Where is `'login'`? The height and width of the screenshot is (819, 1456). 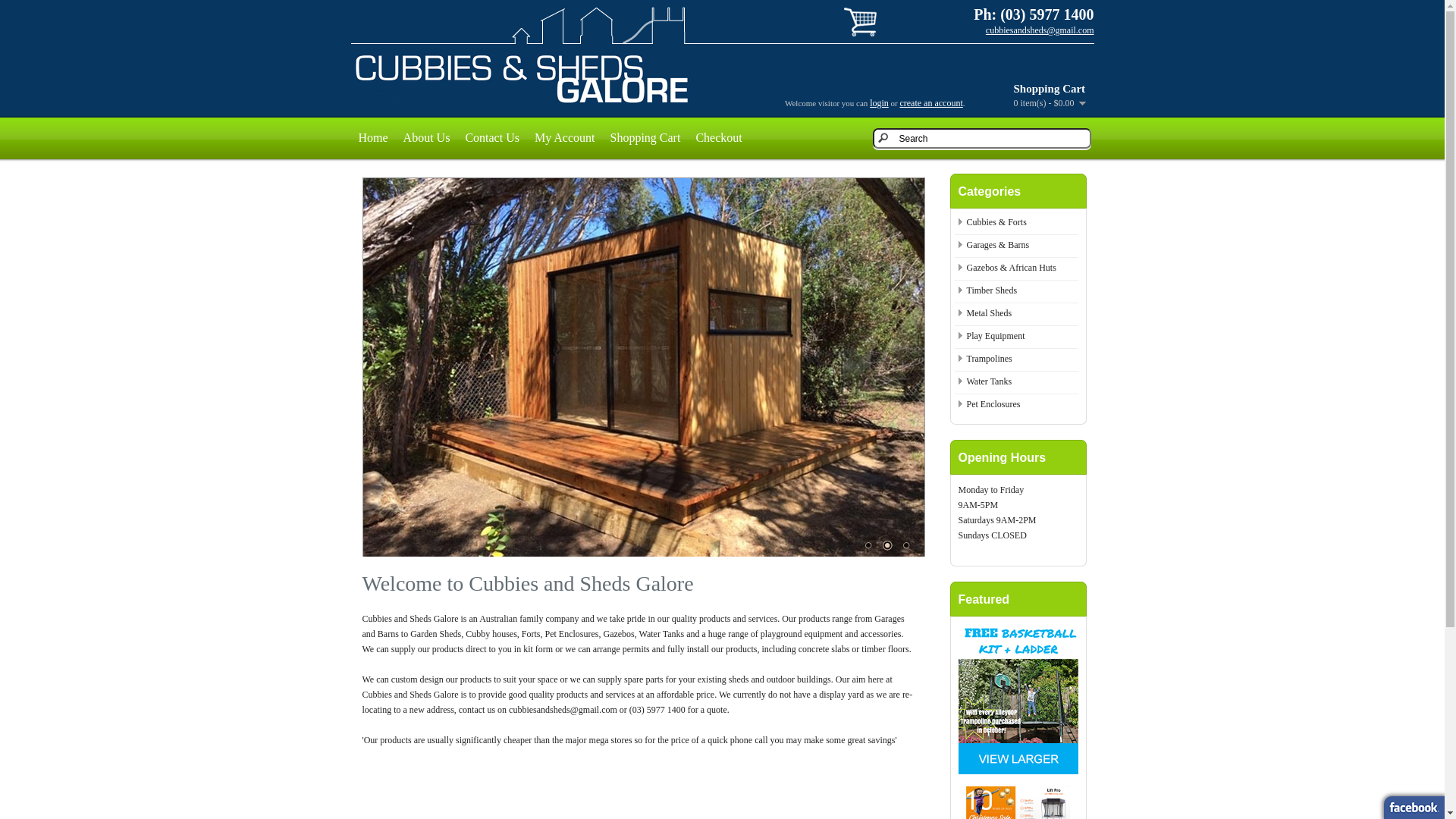
'login' is located at coordinates (879, 102).